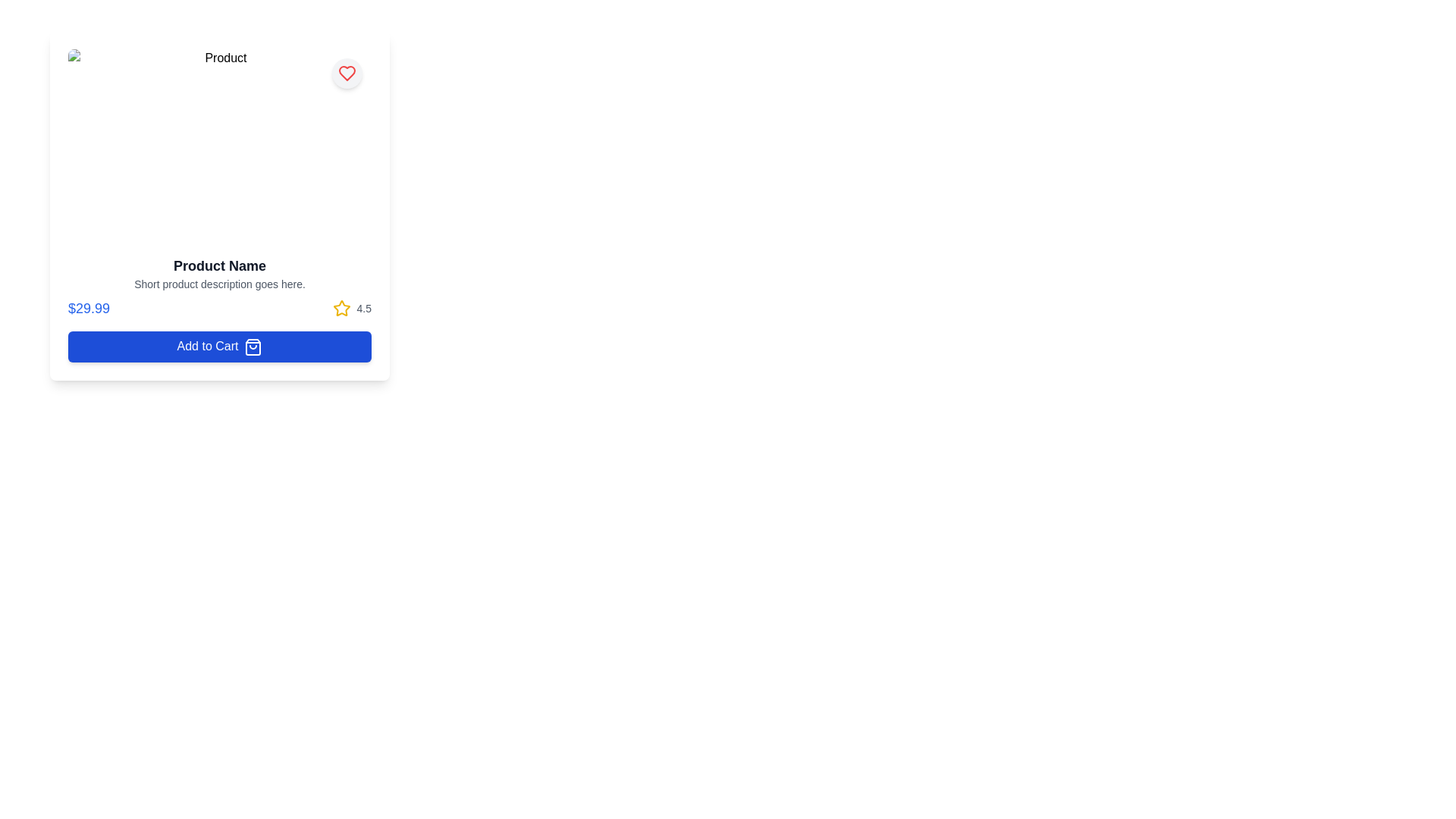 This screenshot has height=819, width=1456. Describe the element at coordinates (88, 308) in the screenshot. I see `the price text element displaying '$29.99' in blue font, located at the bottom left of the product card, before the star rating and review count` at that location.